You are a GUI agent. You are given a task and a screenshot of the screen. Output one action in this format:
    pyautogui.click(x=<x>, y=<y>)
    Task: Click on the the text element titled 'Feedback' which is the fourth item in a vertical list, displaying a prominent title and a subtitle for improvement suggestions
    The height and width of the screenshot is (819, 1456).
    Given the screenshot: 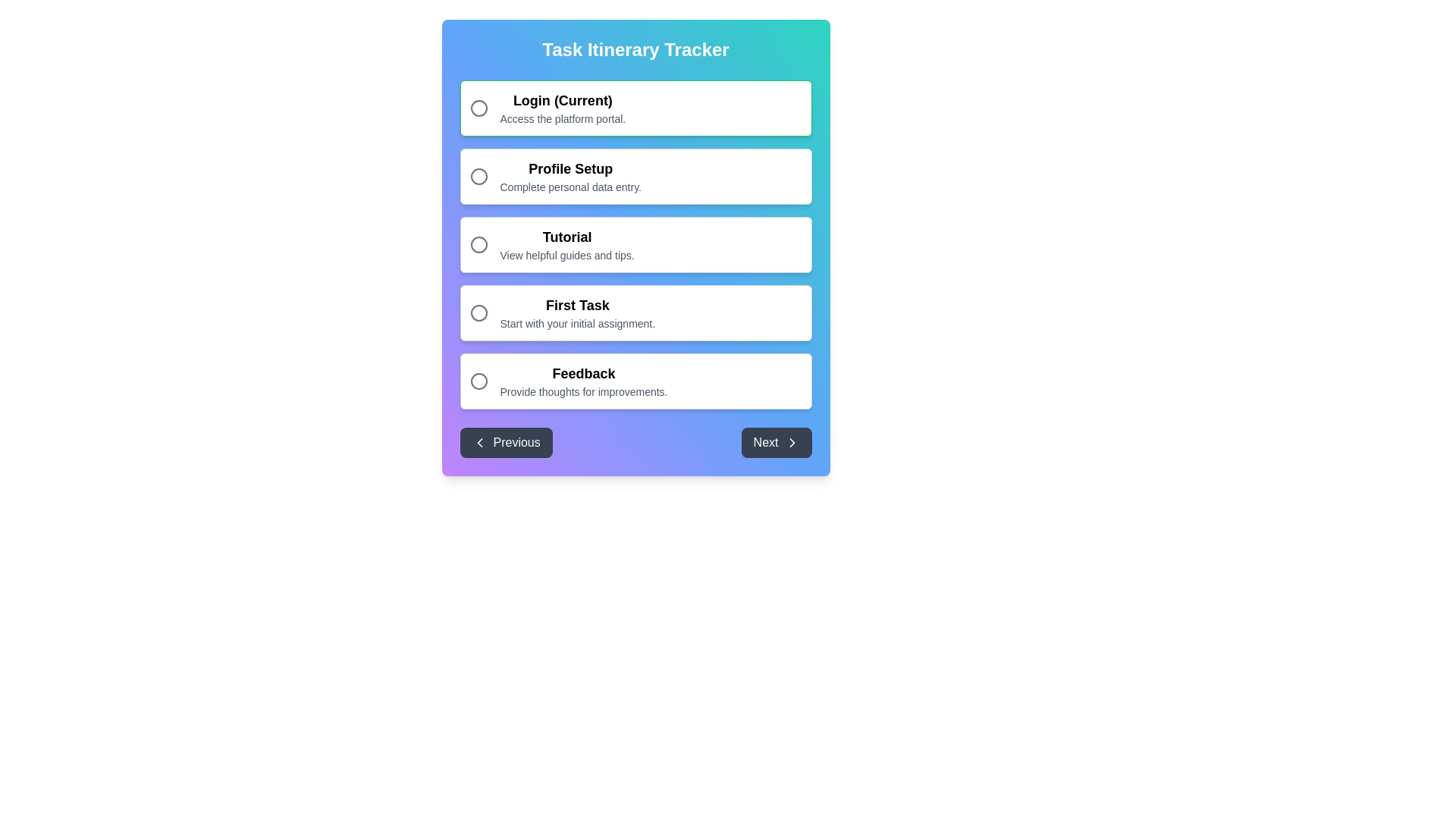 What is the action you would take?
    pyautogui.click(x=582, y=380)
    